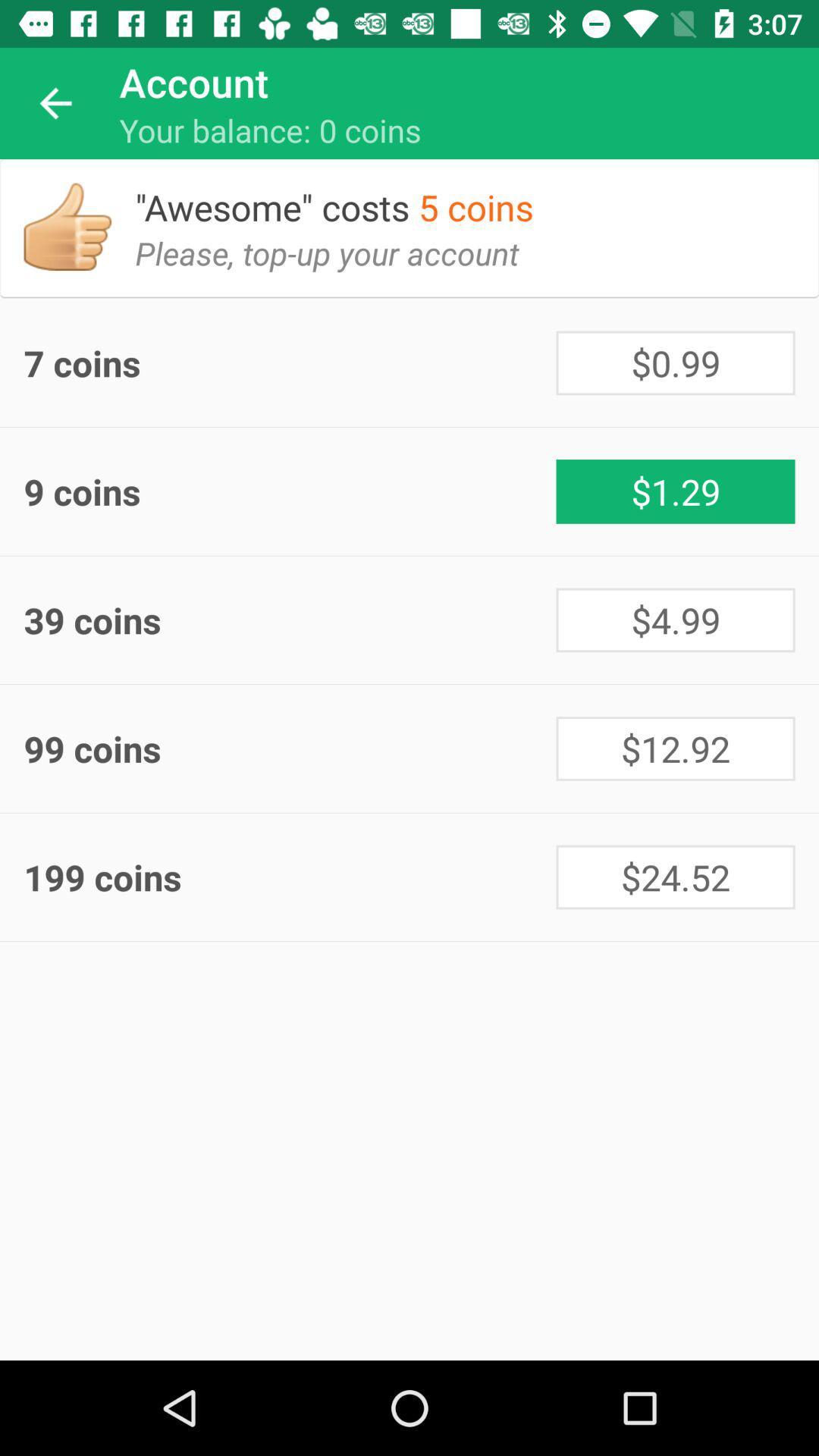 This screenshot has width=819, height=1456. What do you see at coordinates (338, 265) in the screenshot?
I see `the icon below the awesome costs 5` at bounding box center [338, 265].